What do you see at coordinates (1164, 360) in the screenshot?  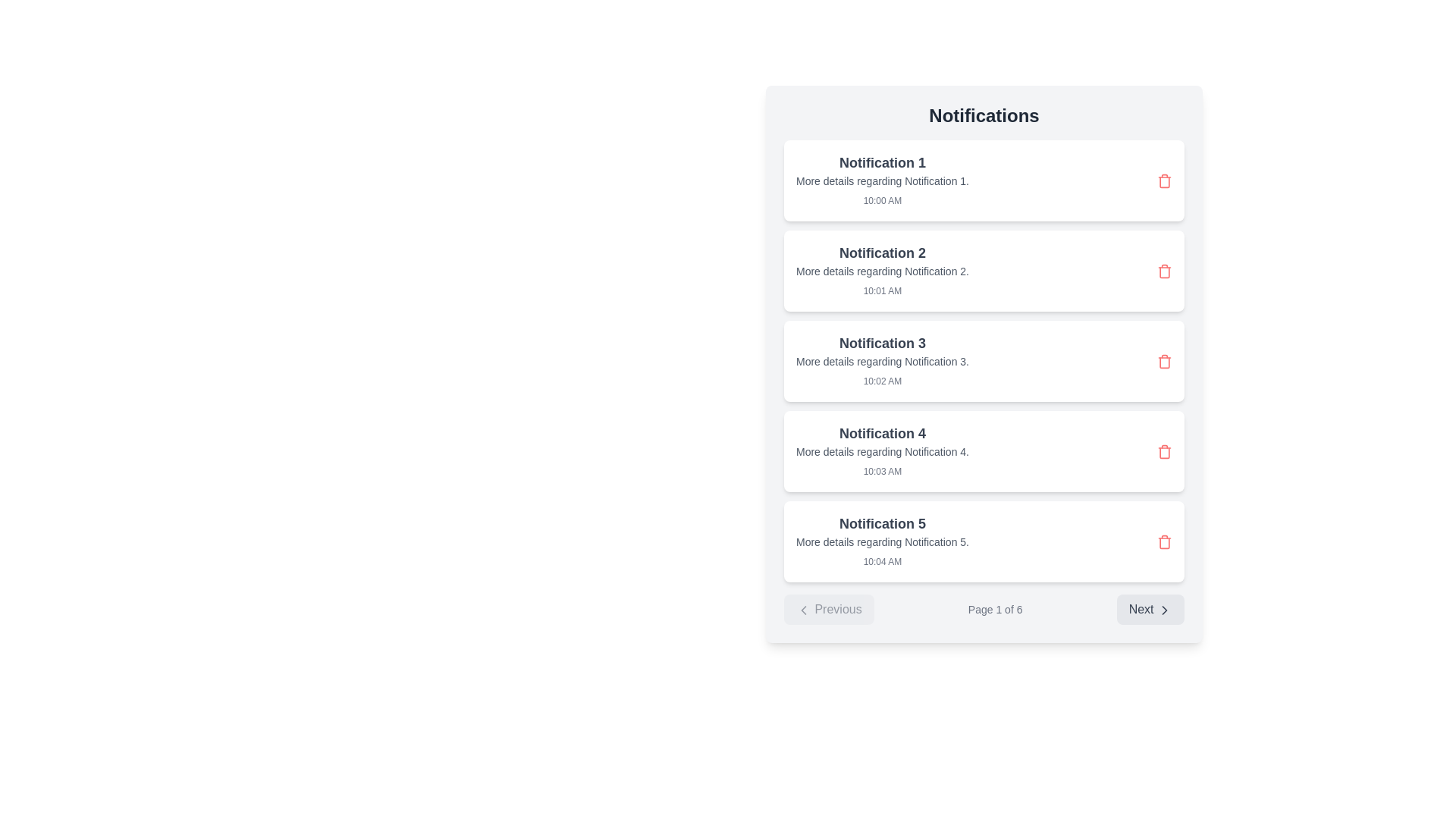 I see `the delete button located at the far right of the notification entry titled 'Notification 3'` at bounding box center [1164, 360].